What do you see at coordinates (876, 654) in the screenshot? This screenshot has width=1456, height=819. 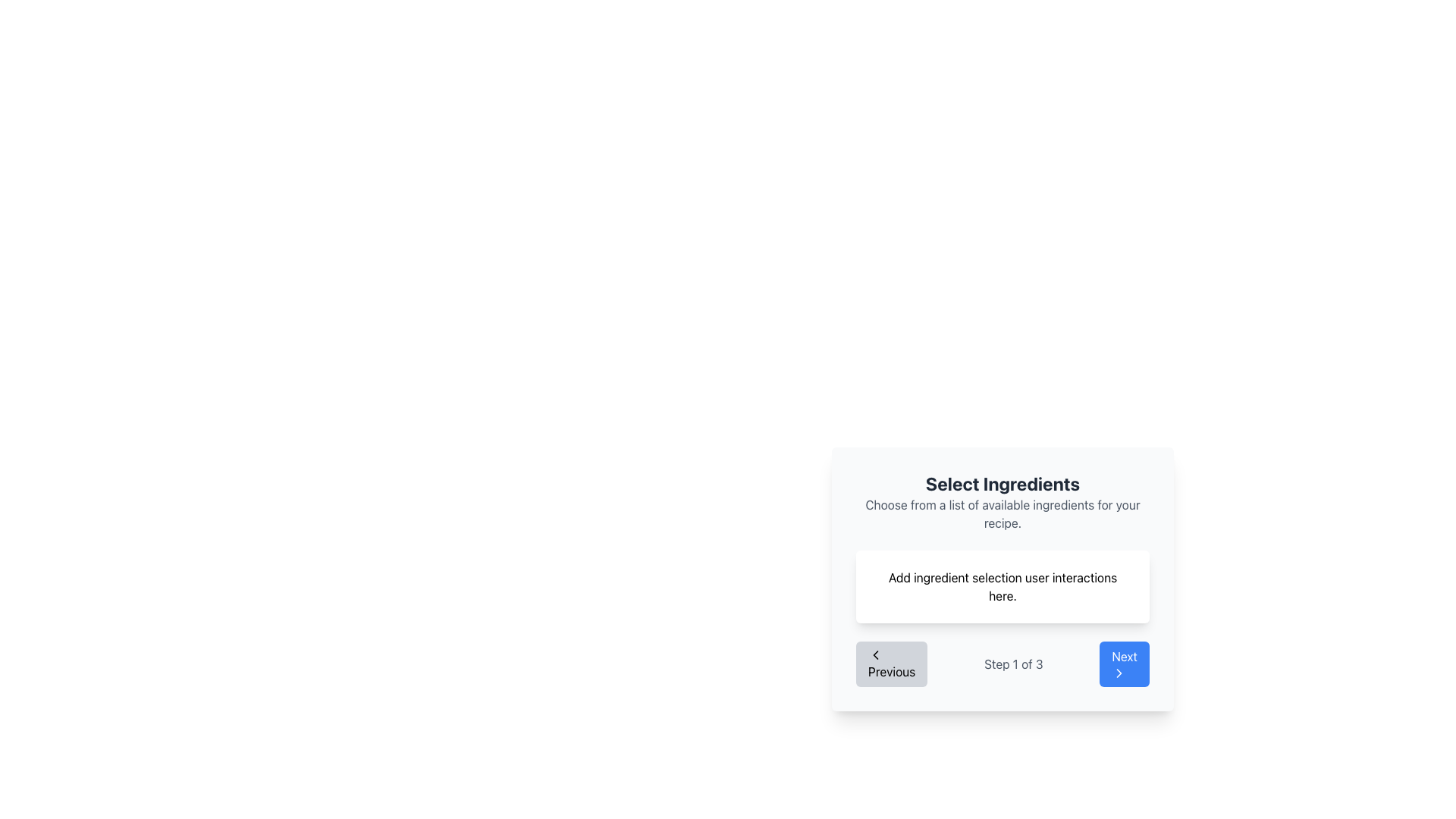 I see `the left-facing chevron icon within the 'Previous' button, which is styled with a simple outline and has a gray background indicating inactivity` at bounding box center [876, 654].